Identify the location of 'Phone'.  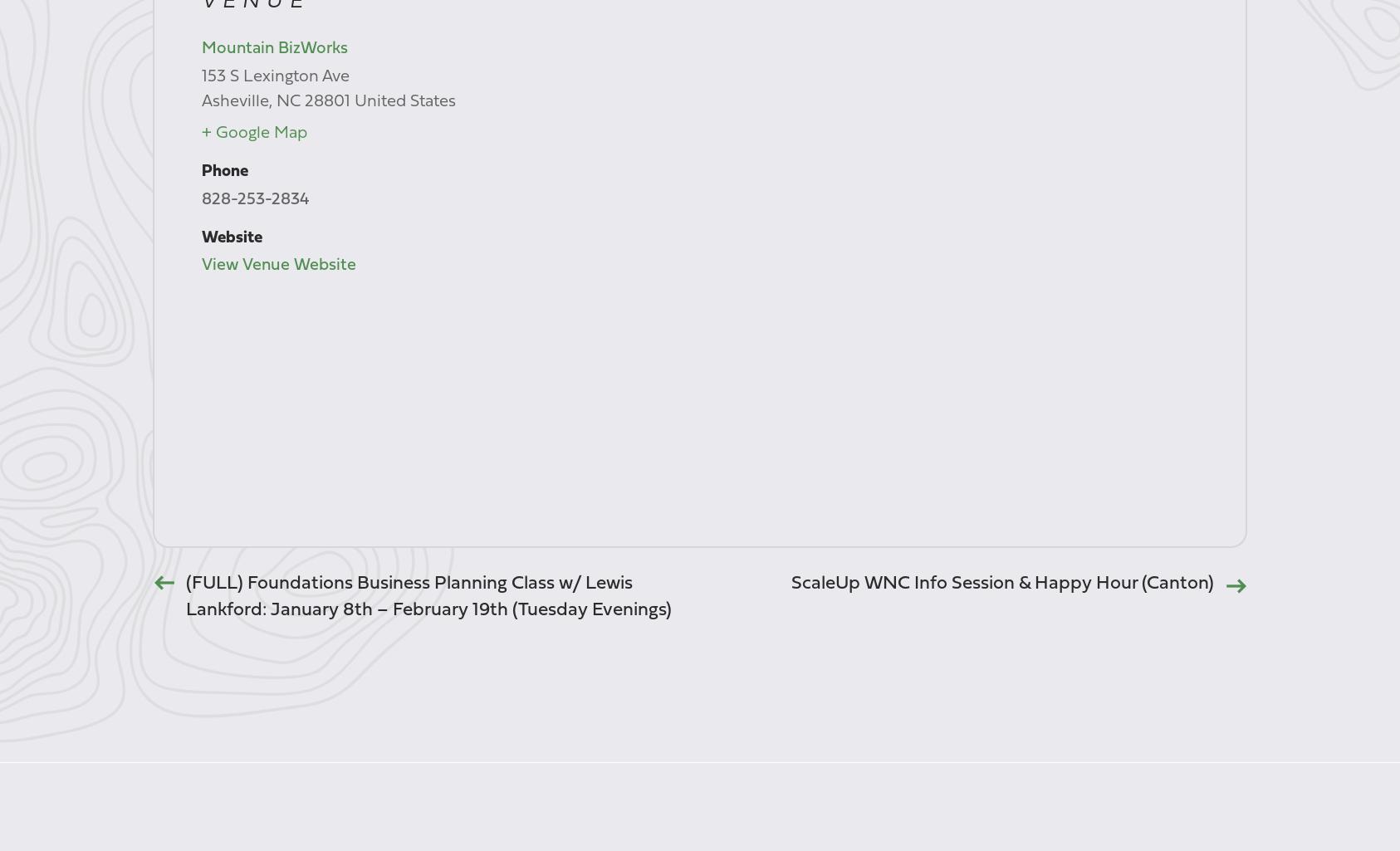
(223, 171).